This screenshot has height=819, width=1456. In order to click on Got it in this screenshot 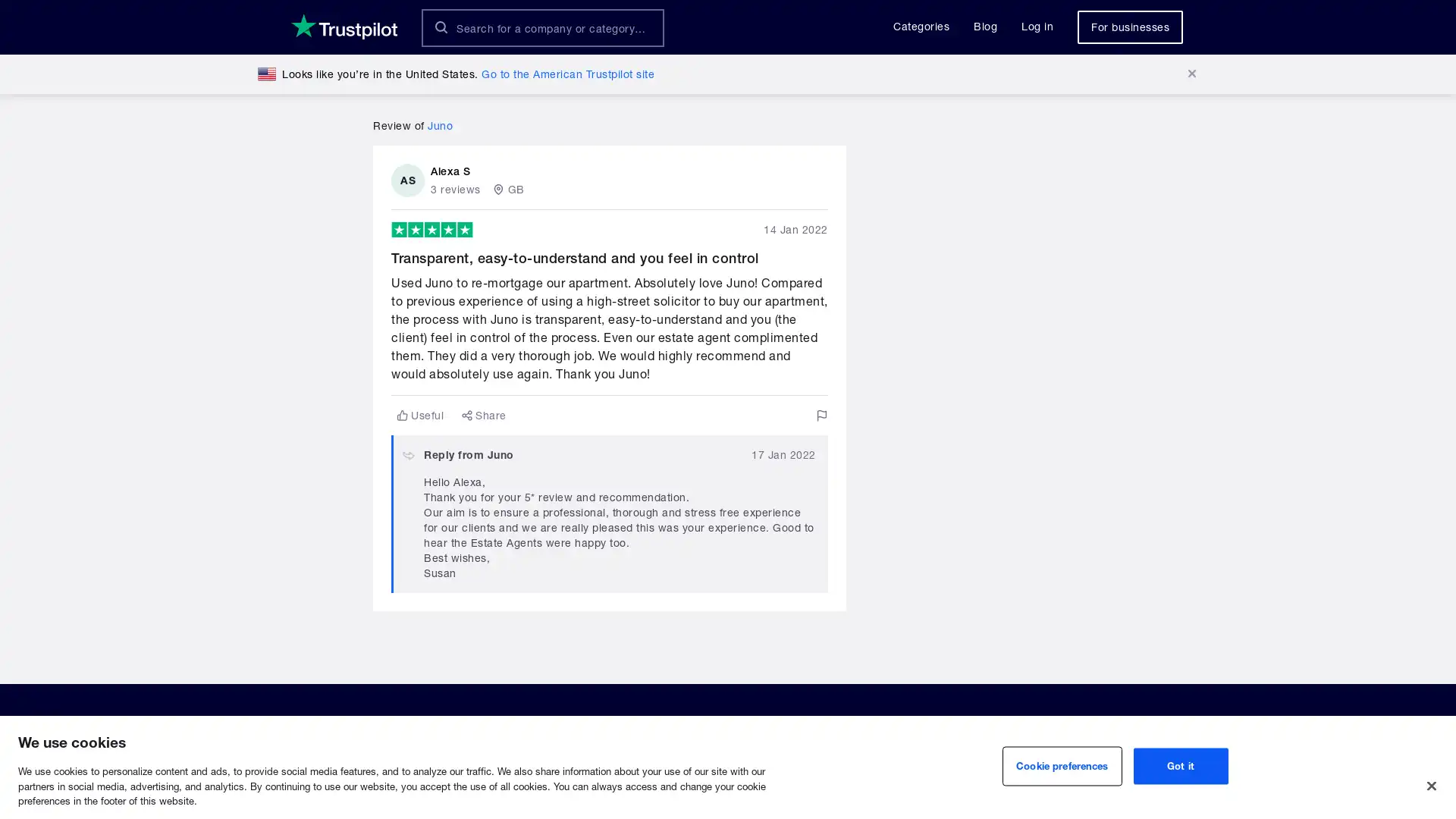, I will do `click(1179, 766)`.